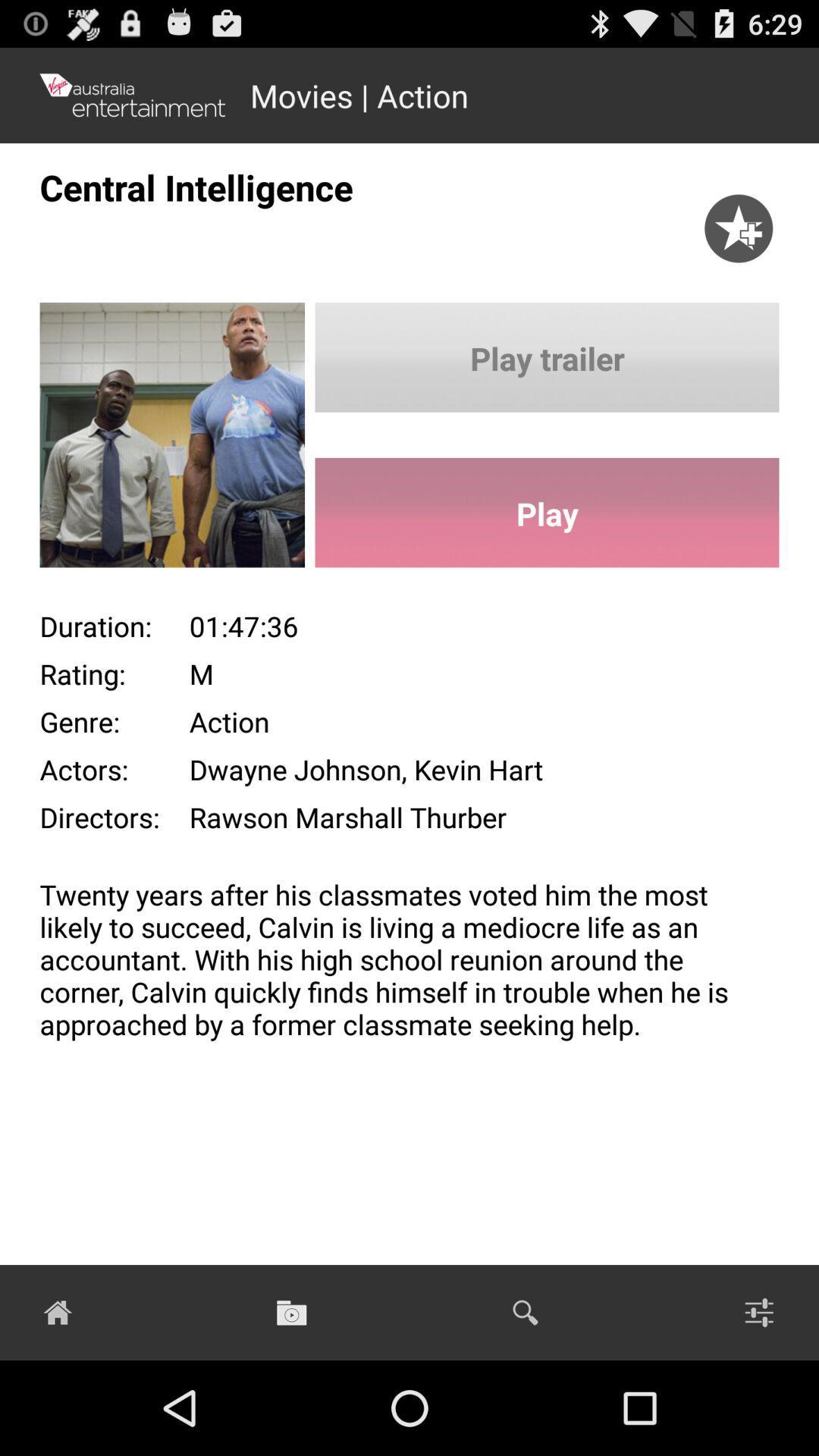 The height and width of the screenshot is (1456, 819). I want to click on the star icon, so click(738, 227).